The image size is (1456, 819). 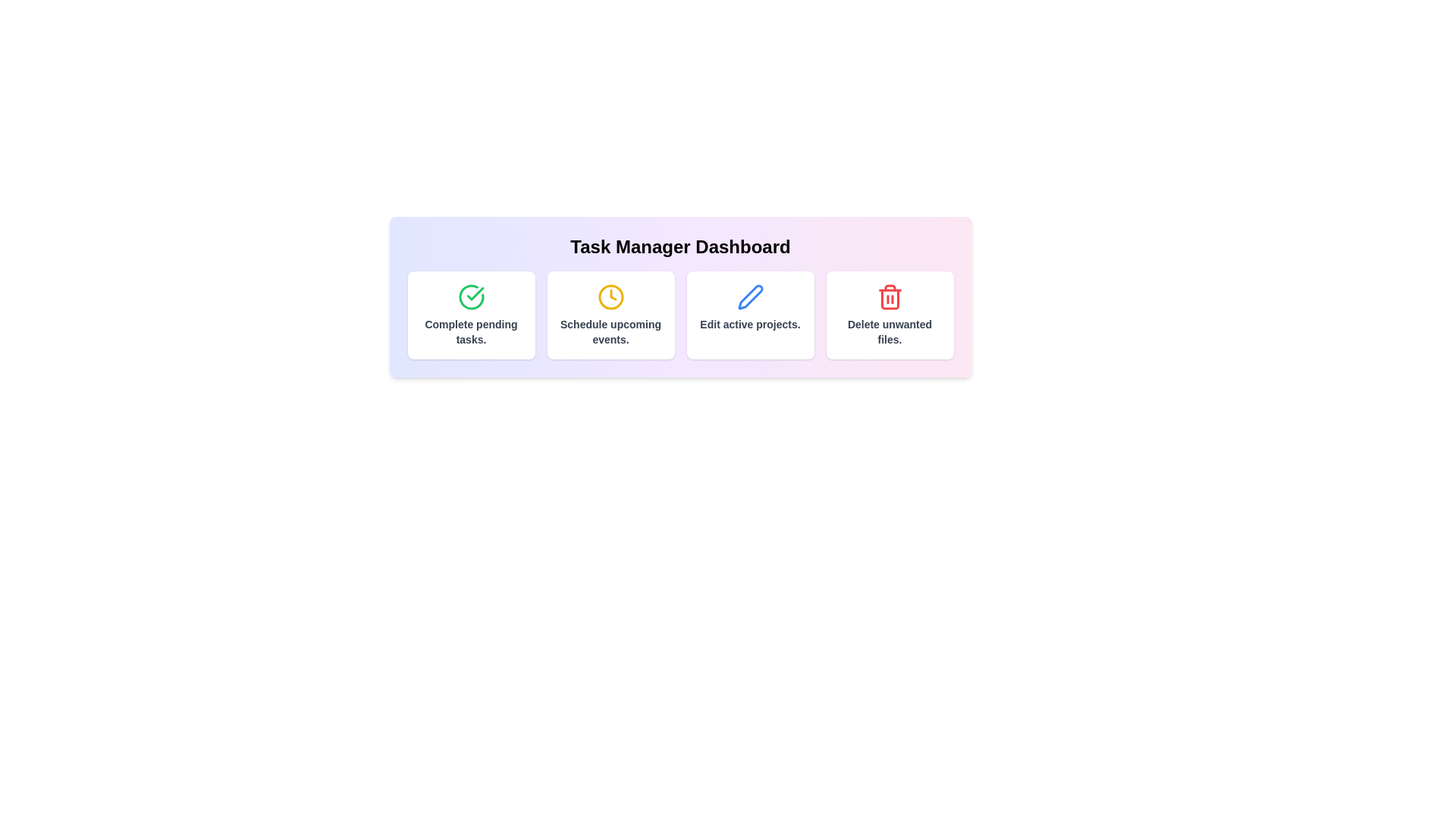 I want to click on the yellow circular clock icon, which is part of the task management dashboard, so click(x=613, y=295).